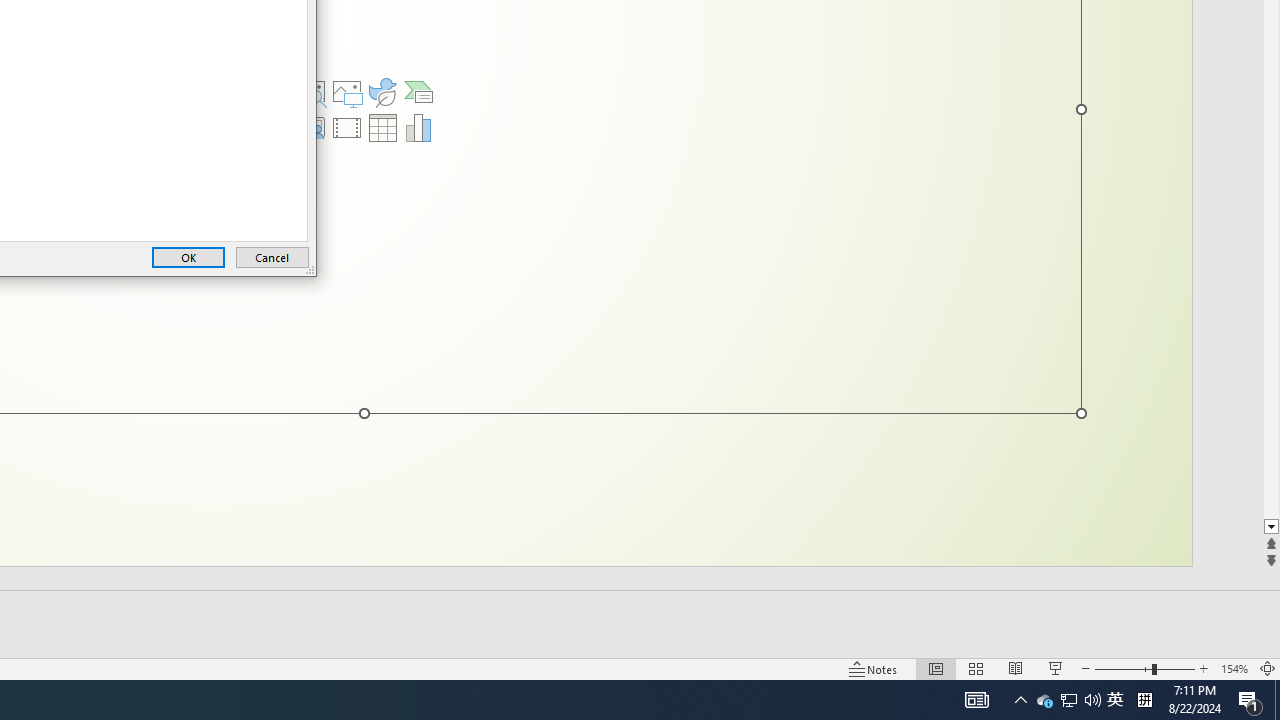 The image size is (1280, 720). I want to click on 'Zoom 154%', so click(1233, 669).